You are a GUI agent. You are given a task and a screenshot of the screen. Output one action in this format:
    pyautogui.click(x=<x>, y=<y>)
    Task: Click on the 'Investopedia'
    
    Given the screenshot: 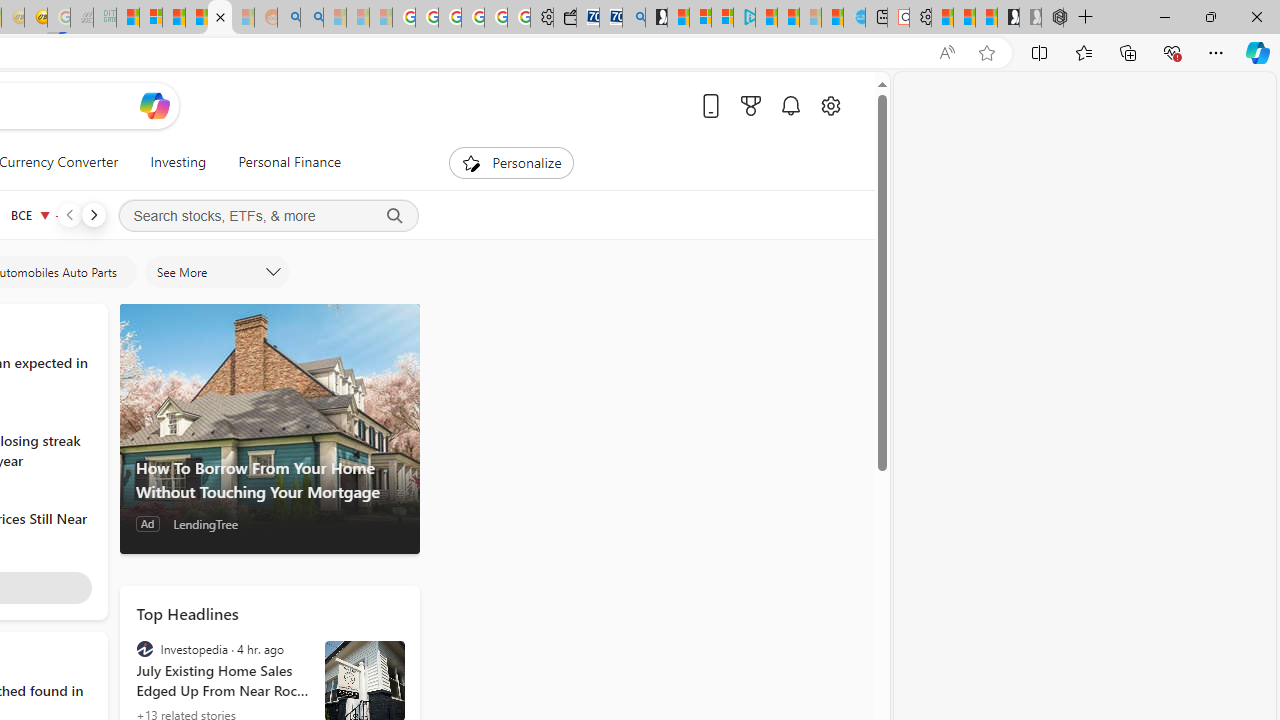 What is the action you would take?
    pyautogui.click(x=143, y=649)
    